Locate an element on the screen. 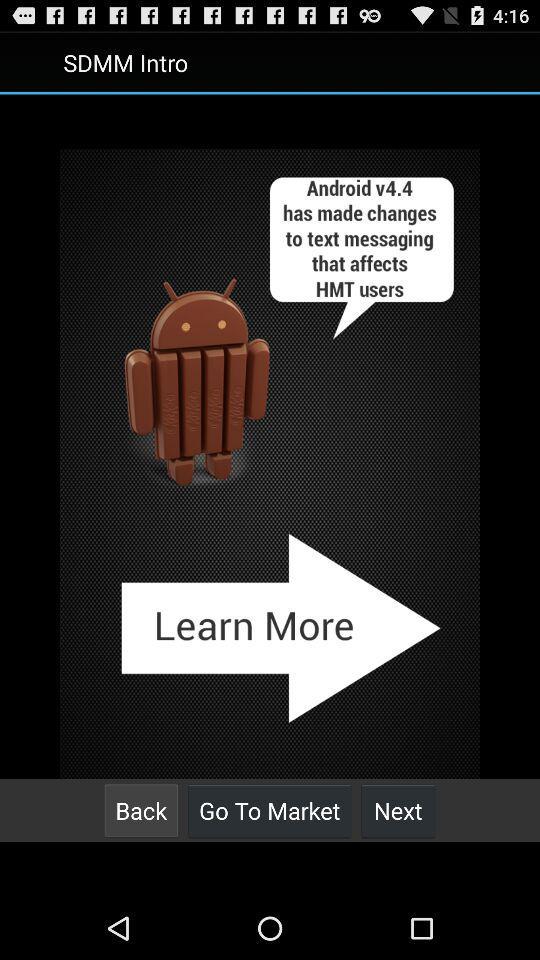  go to market at the bottom is located at coordinates (269, 810).